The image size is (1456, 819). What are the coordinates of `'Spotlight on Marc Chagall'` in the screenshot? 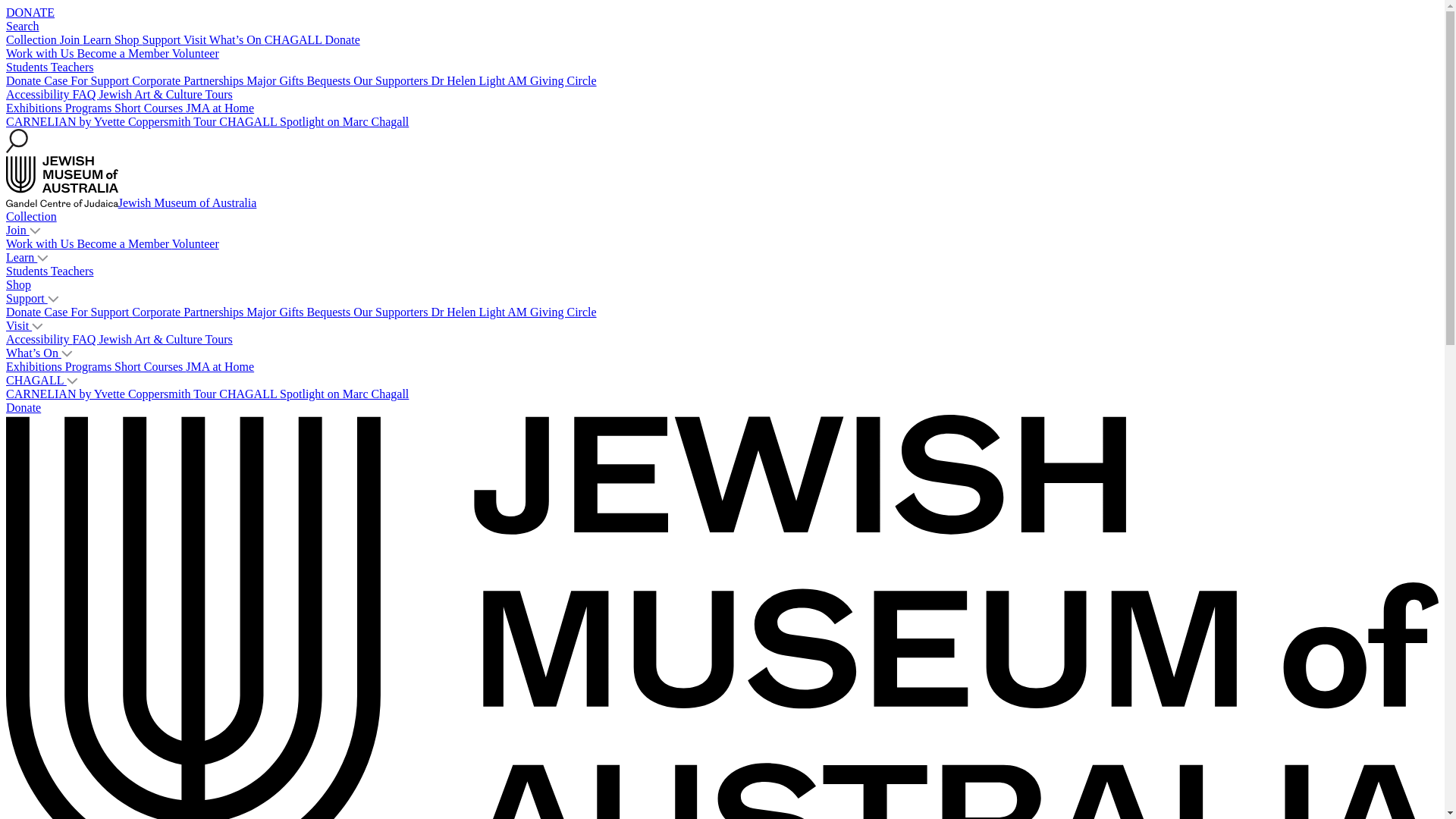 It's located at (344, 121).